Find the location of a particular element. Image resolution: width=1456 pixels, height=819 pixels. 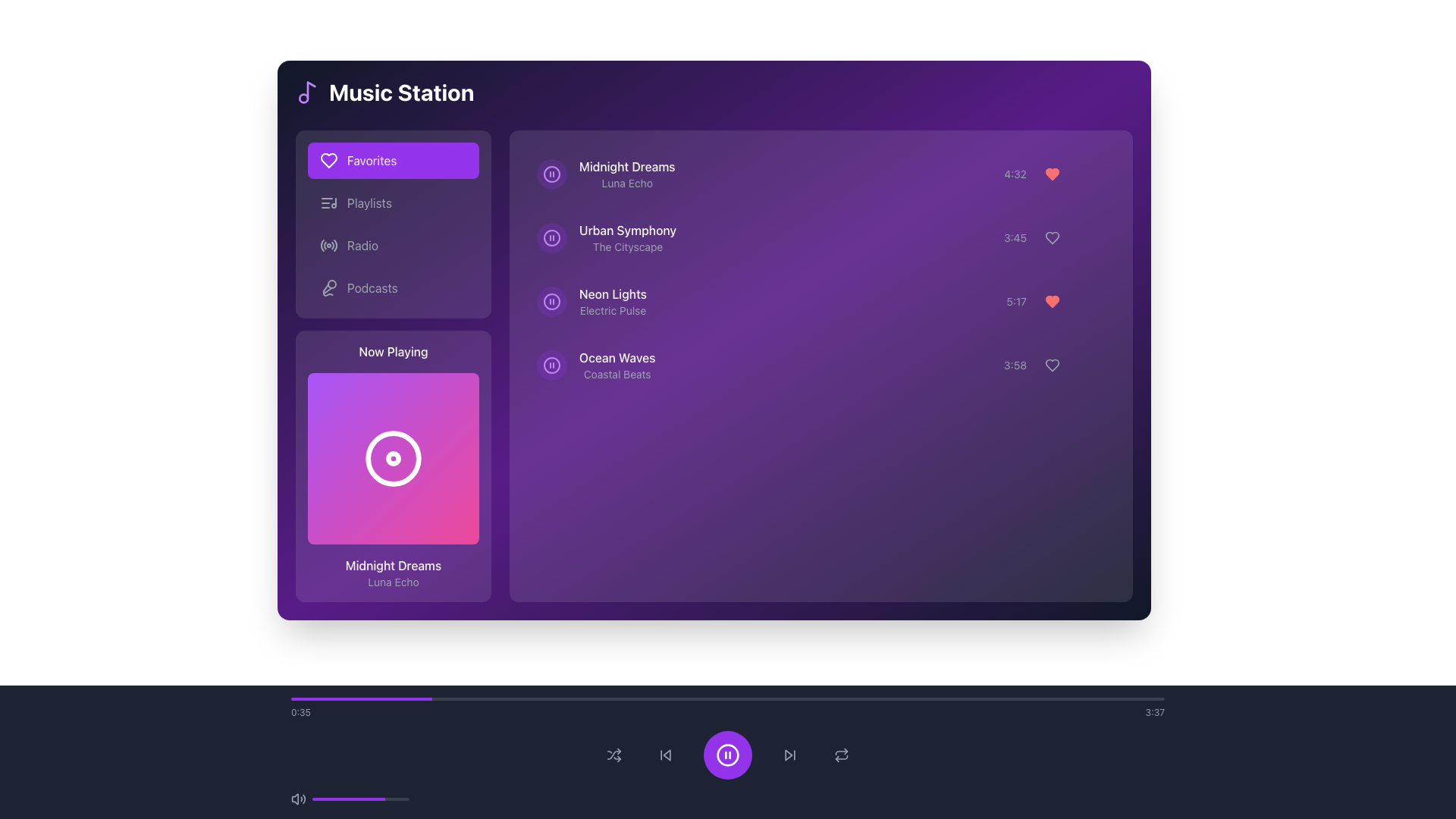

the circular purple button with a pause icon is located at coordinates (551, 237).